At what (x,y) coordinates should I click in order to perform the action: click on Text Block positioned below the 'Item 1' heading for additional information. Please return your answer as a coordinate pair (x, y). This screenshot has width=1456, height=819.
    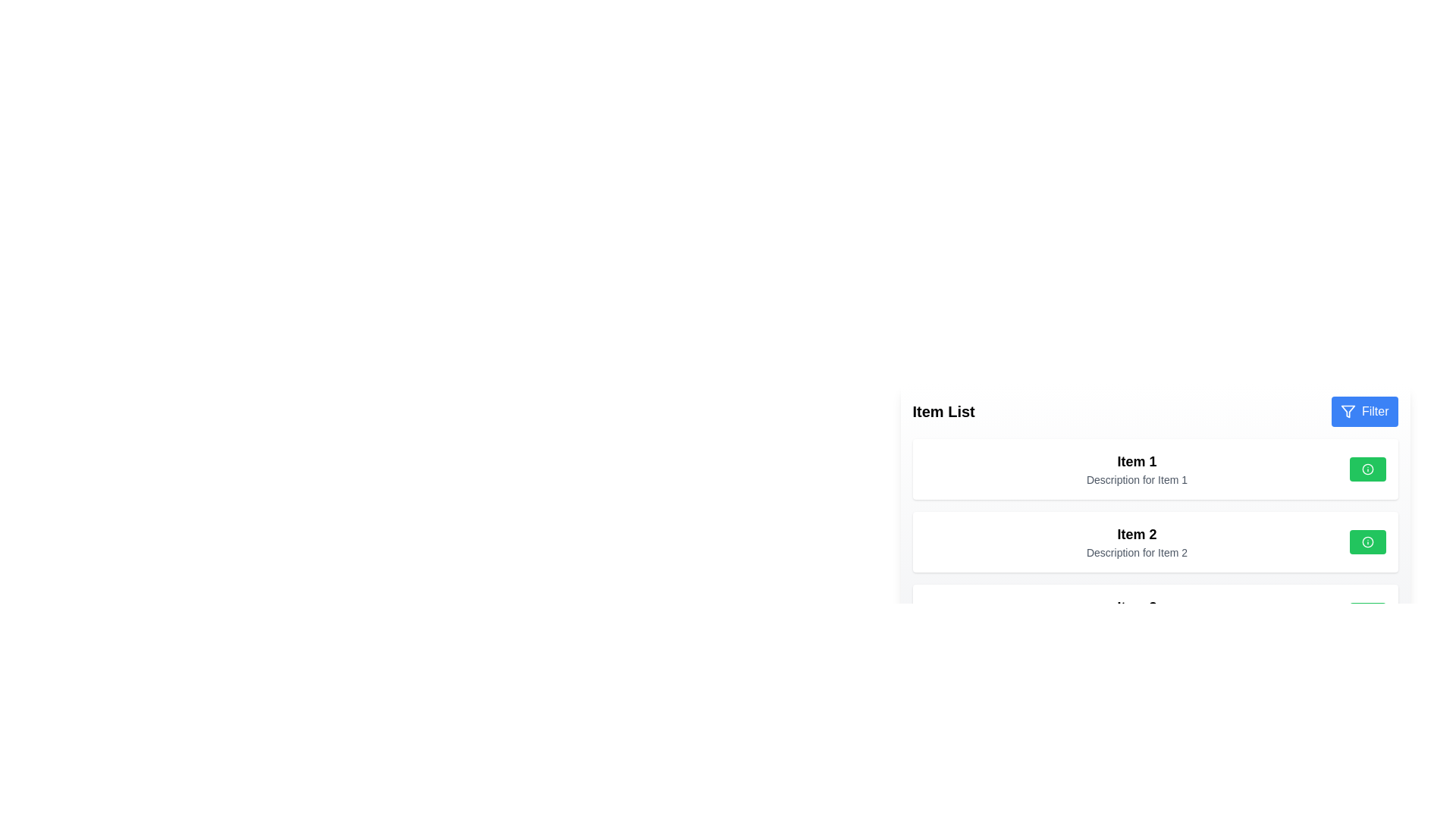
    Looking at the image, I should click on (1137, 479).